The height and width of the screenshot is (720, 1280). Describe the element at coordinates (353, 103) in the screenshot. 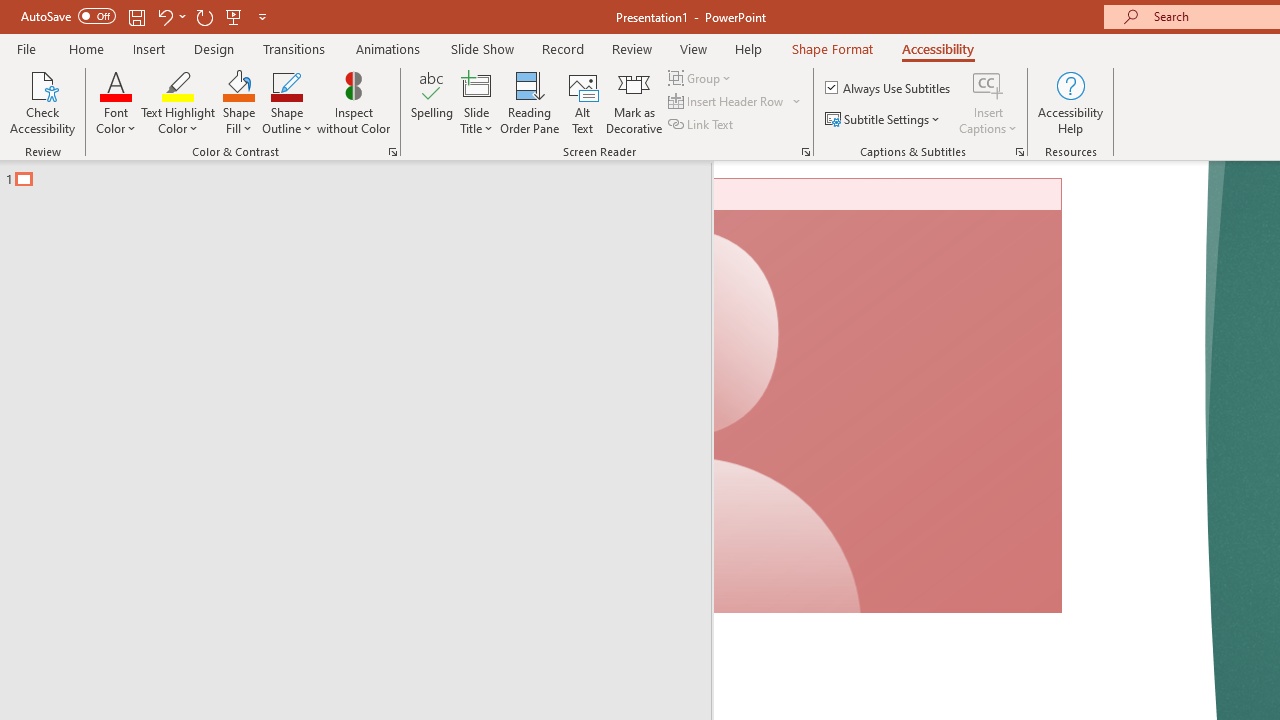

I see `'Inspect without Color'` at that location.